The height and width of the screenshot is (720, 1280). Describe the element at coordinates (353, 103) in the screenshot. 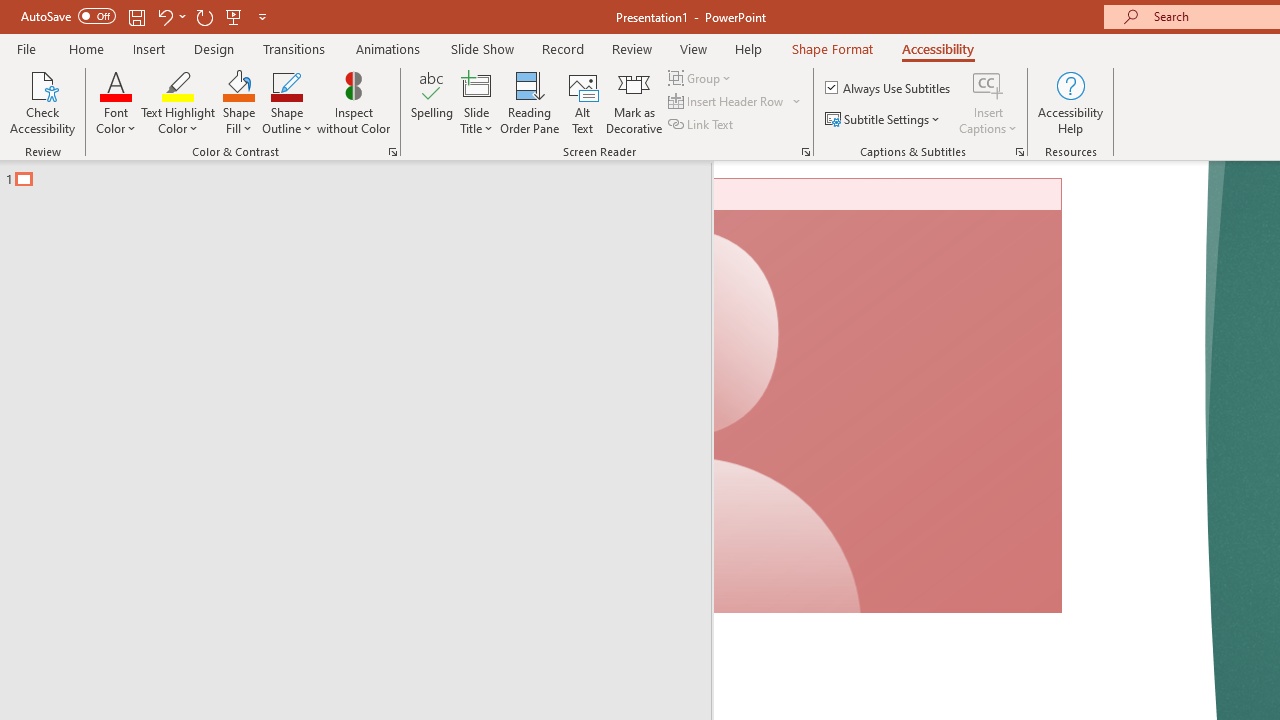

I see `'Inspect without Color'` at that location.